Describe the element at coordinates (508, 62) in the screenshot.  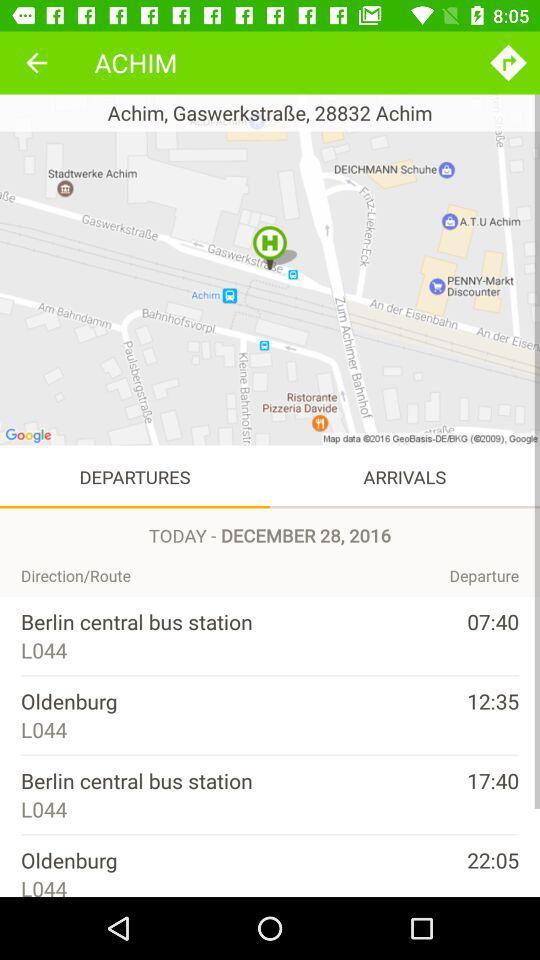
I see `icon to the right of achim icon` at that location.